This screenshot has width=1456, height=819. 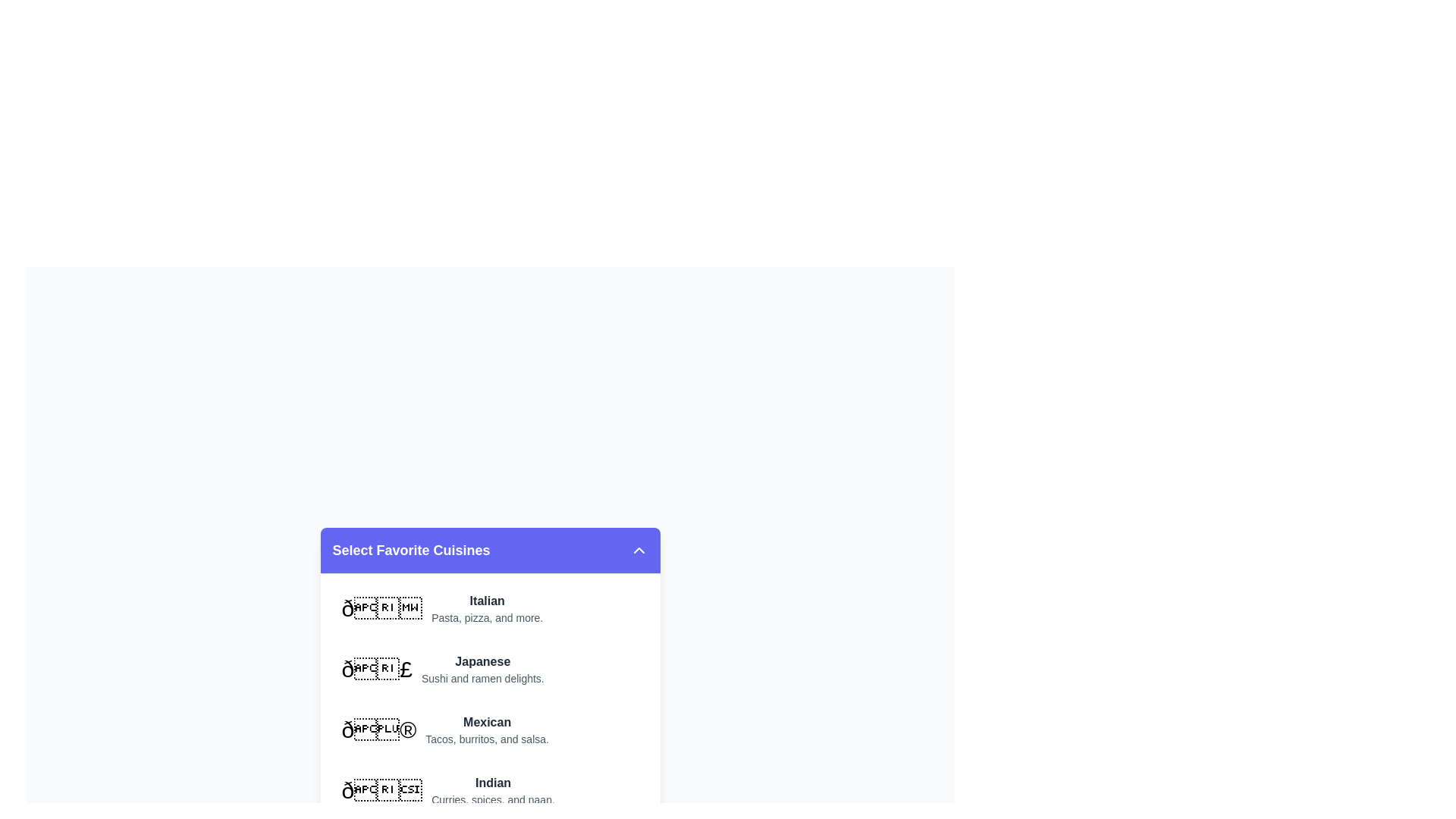 What do you see at coordinates (490, 789) in the screenshot?
I see `the fourth item in the selection menu labeled 'Select Favorite Cuisines' which represents Indian cuisine options` at bounding box center [490, 789].